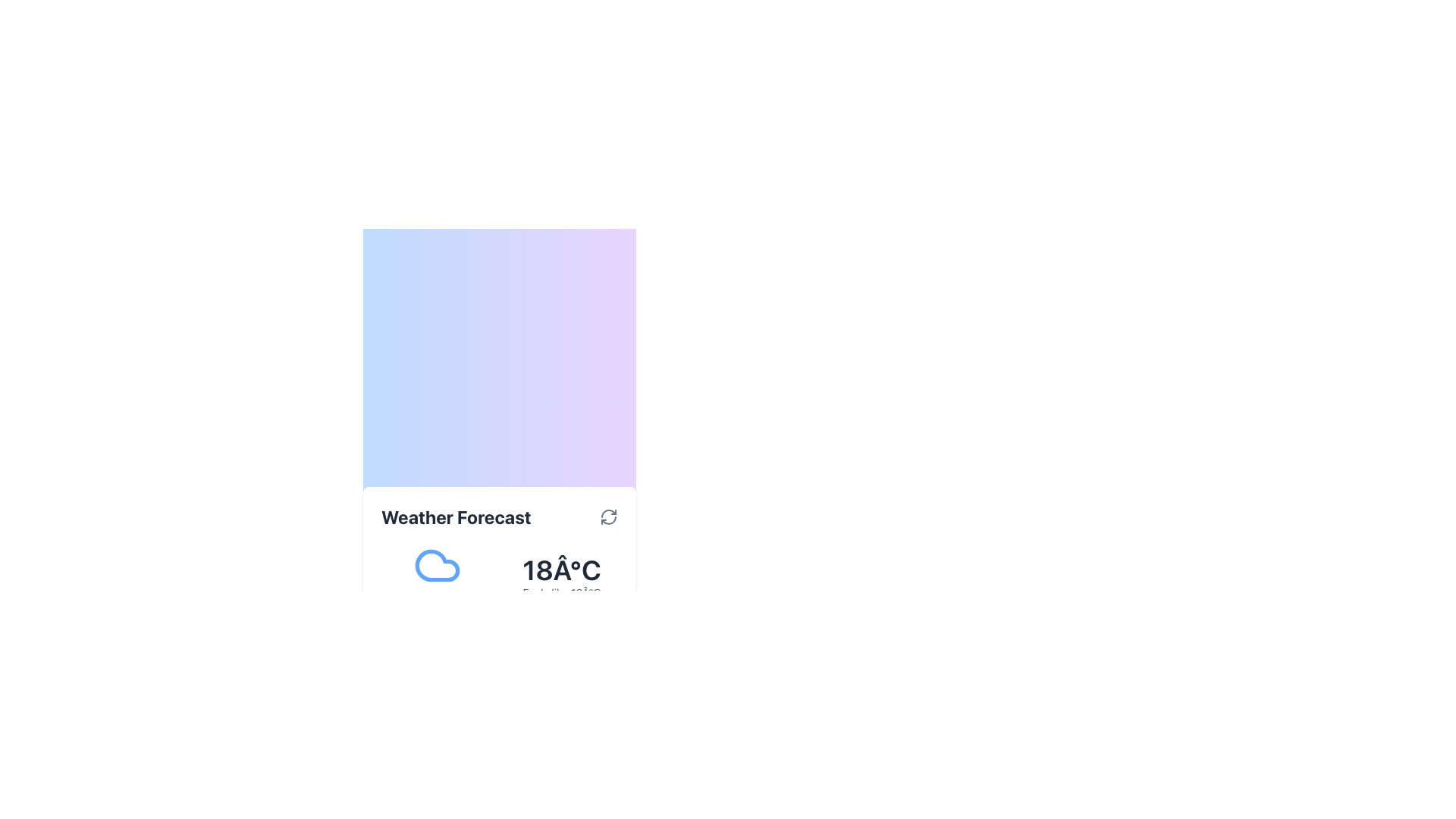  I want to click on the cloud icon with a blue outline that represents a weather condition, located to the left of the temperature information ('18Â°C'), so click(436, 578).